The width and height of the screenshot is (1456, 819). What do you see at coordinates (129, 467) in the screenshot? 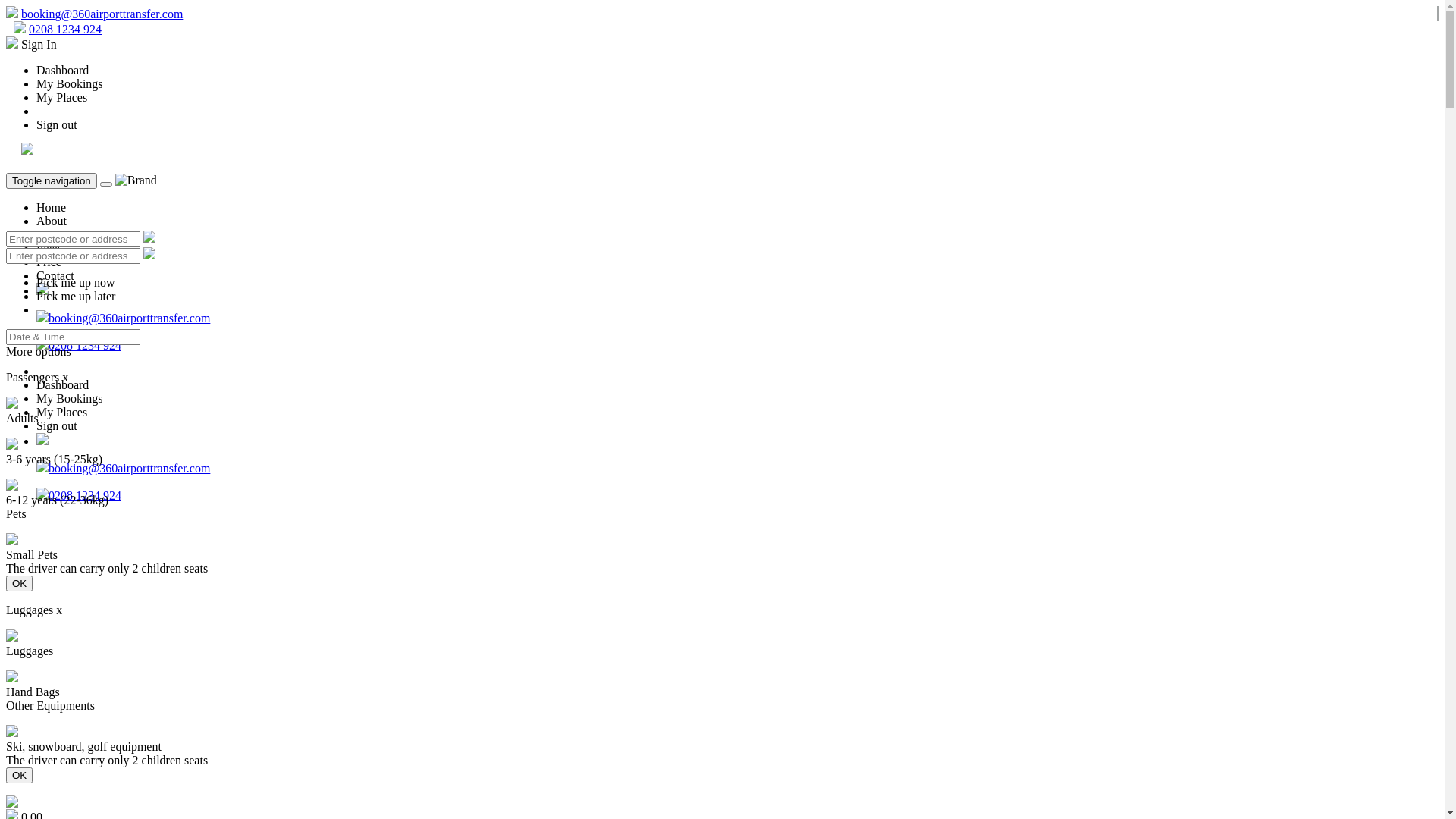
I see `'booking@360airporttransfer.com'` at bounding box center [129, 467].